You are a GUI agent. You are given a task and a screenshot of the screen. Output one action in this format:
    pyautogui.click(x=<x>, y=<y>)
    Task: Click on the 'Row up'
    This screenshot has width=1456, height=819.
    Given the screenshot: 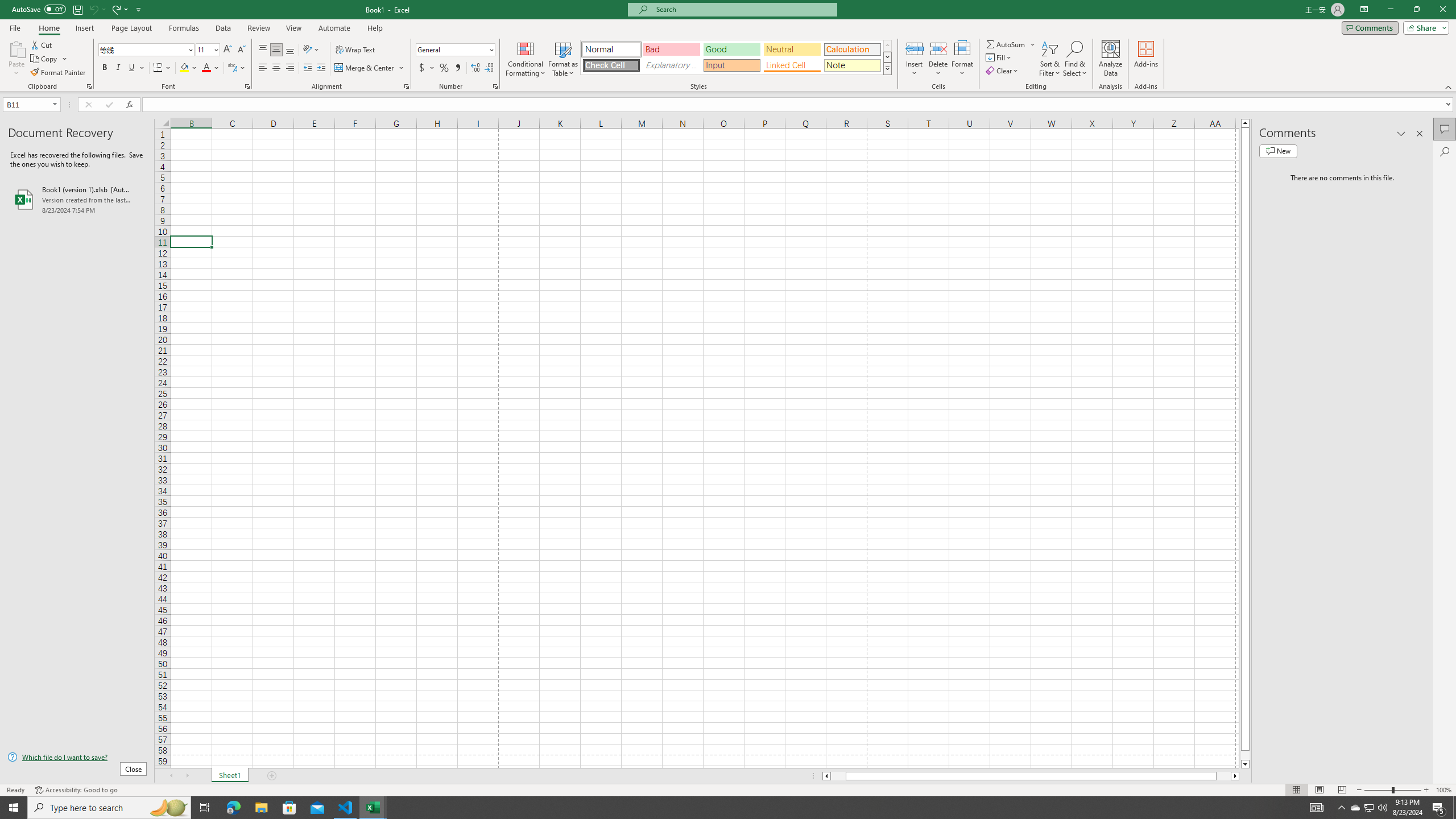 What is the action you would take?
    pyautogui.click(x=887, y=45)
    